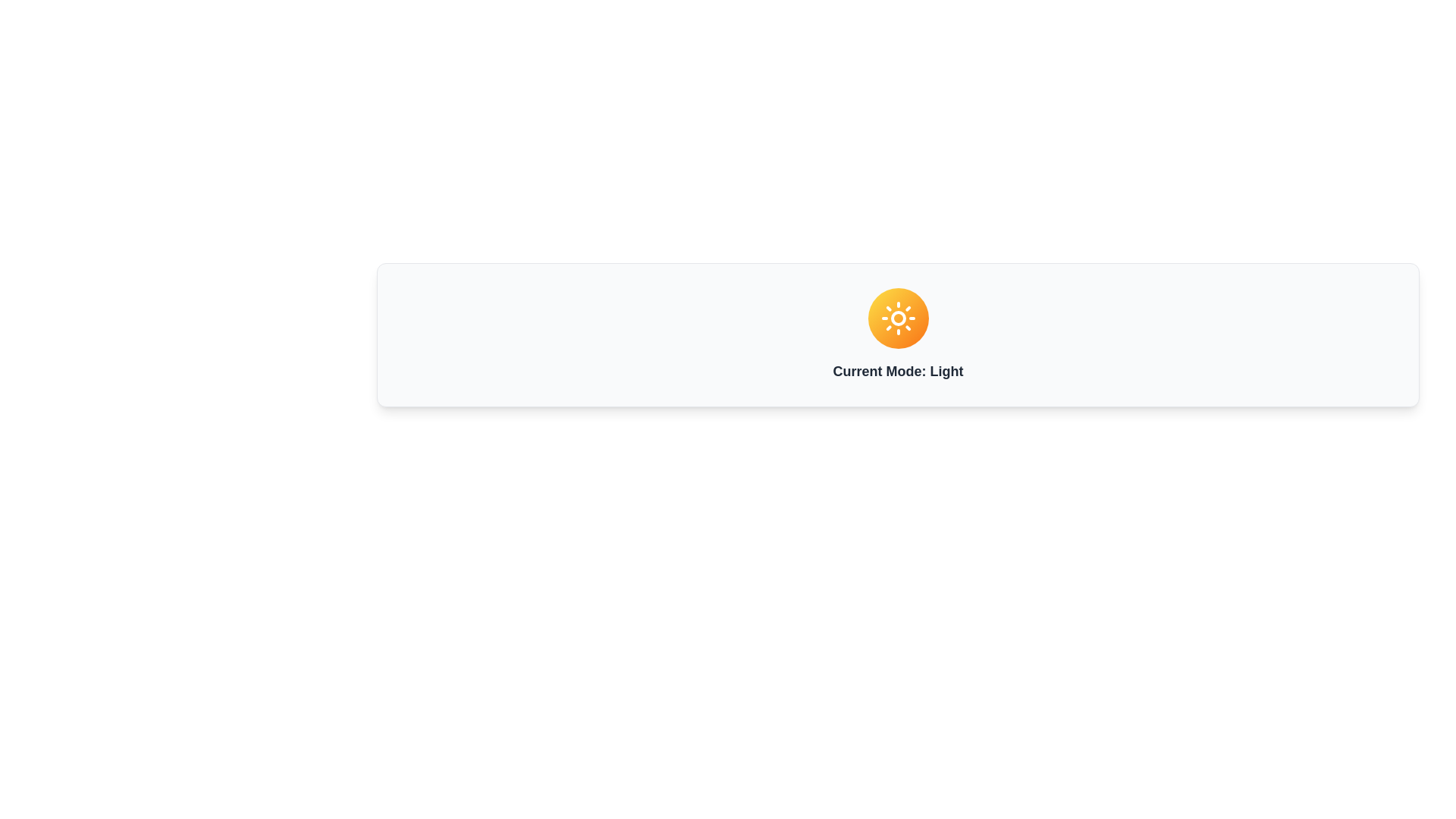 The image size is (1456, 819). Describe the element at coordinates (898, 318) in the screenshot. I see `the core circular portion of the sun icon, which visually emphasizes the light mode indicator` at that location.